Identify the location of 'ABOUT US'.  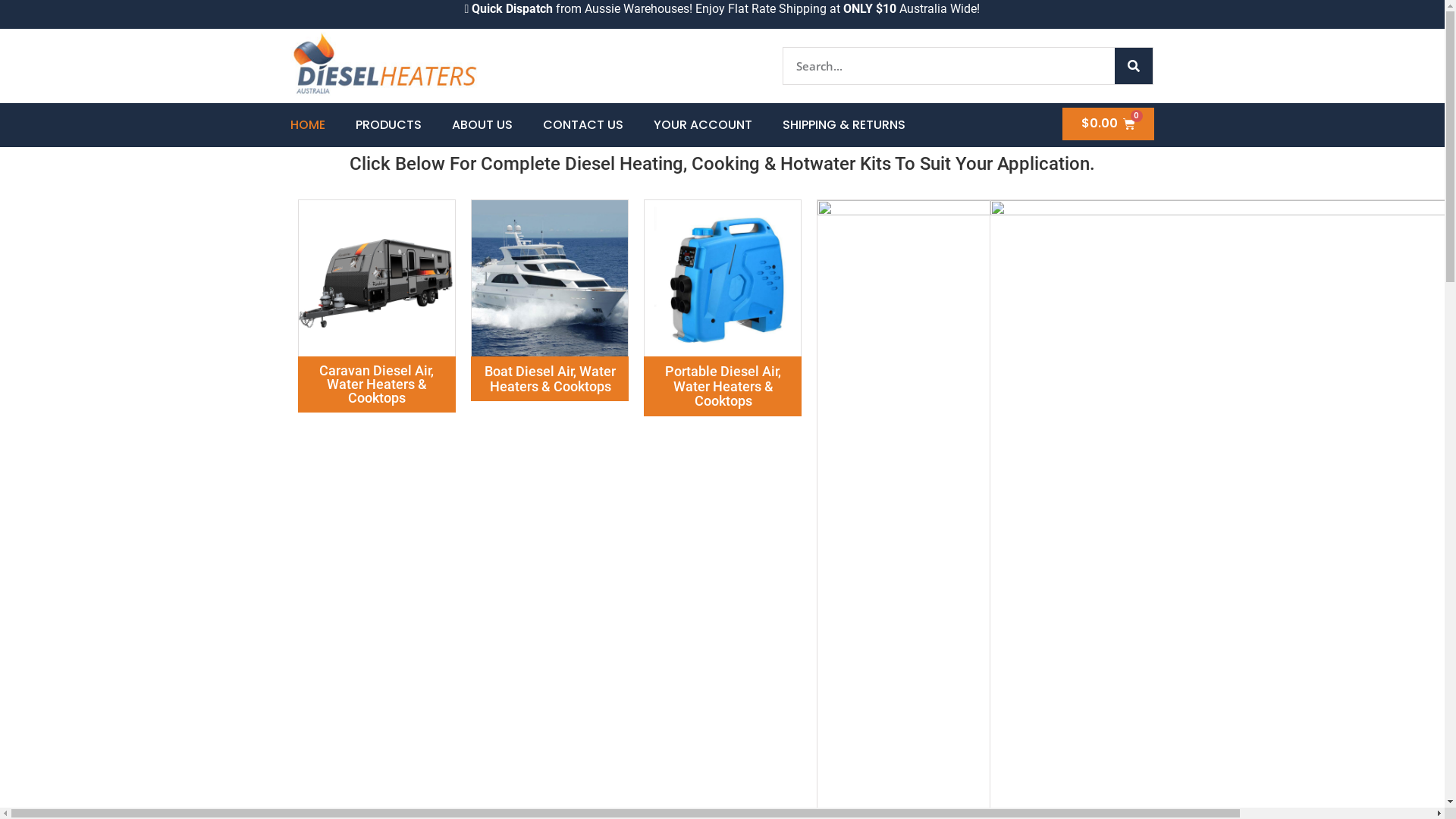
(481, 124).